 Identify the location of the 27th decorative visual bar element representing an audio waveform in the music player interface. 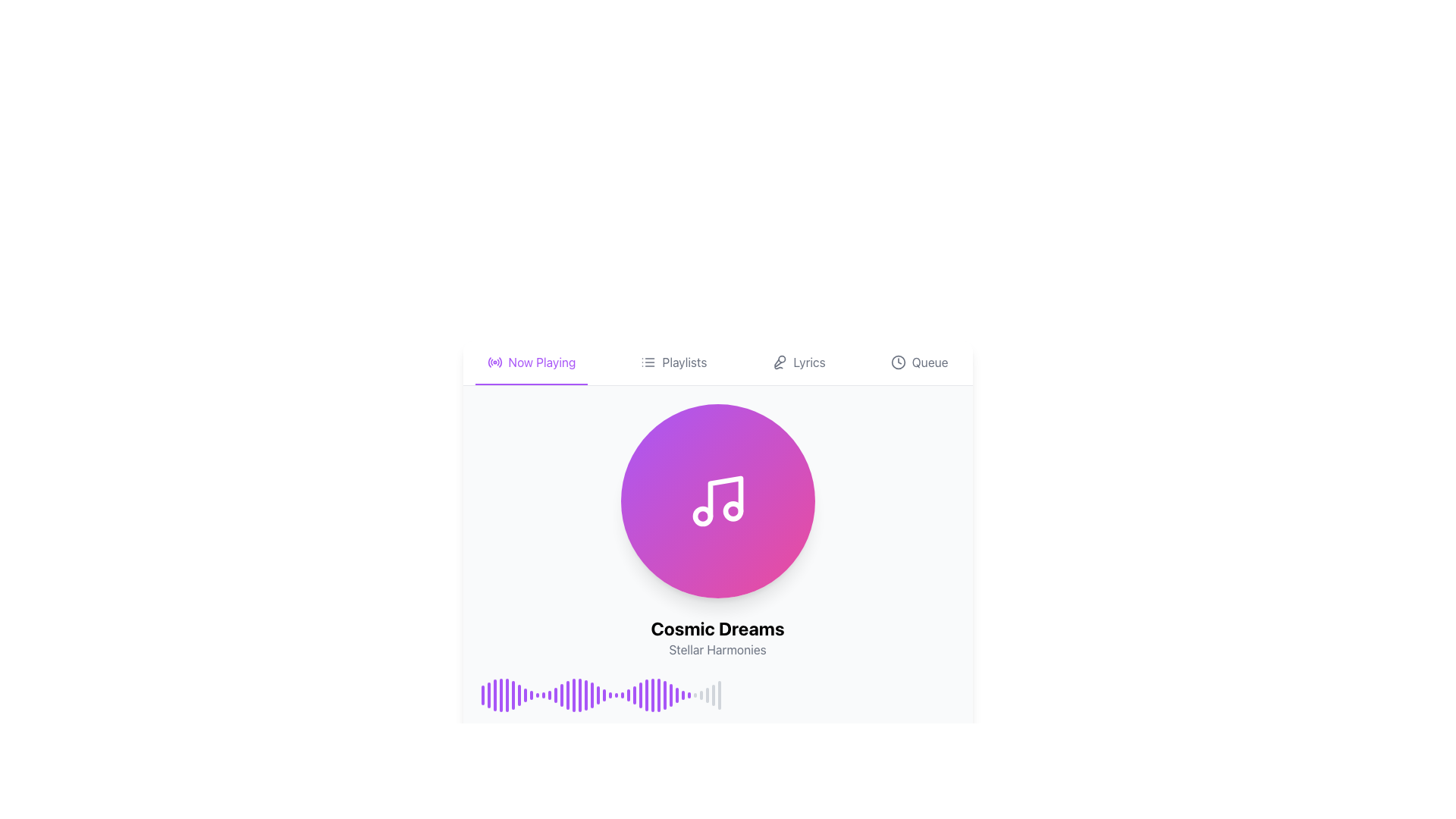
(640, 695).